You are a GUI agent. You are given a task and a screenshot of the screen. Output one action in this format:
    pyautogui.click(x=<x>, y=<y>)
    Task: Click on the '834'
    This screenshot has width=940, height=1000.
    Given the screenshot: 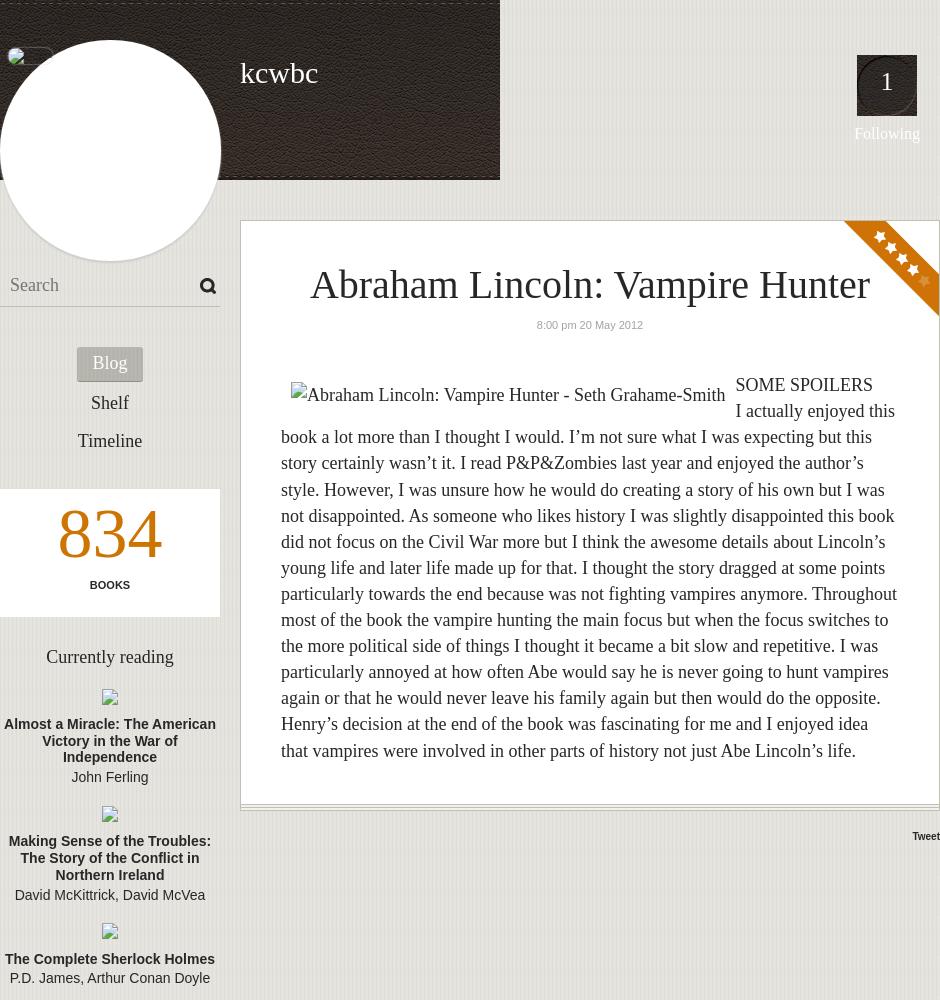 What is the action you would take?
    pyautogui.click(x=109, y=532)
    